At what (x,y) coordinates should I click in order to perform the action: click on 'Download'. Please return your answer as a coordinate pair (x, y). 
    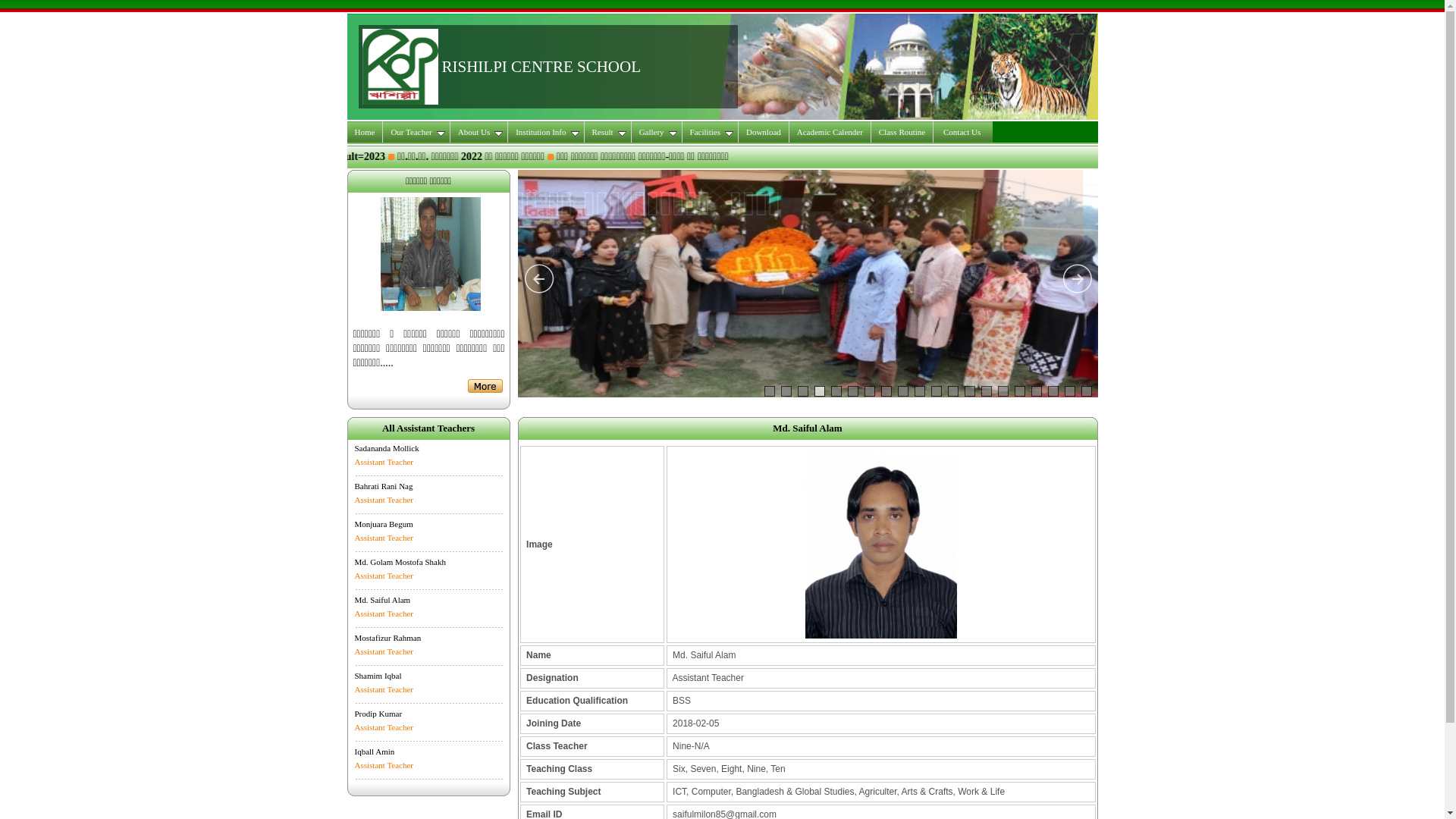
    Looking at the image, I should click on (764, 130).